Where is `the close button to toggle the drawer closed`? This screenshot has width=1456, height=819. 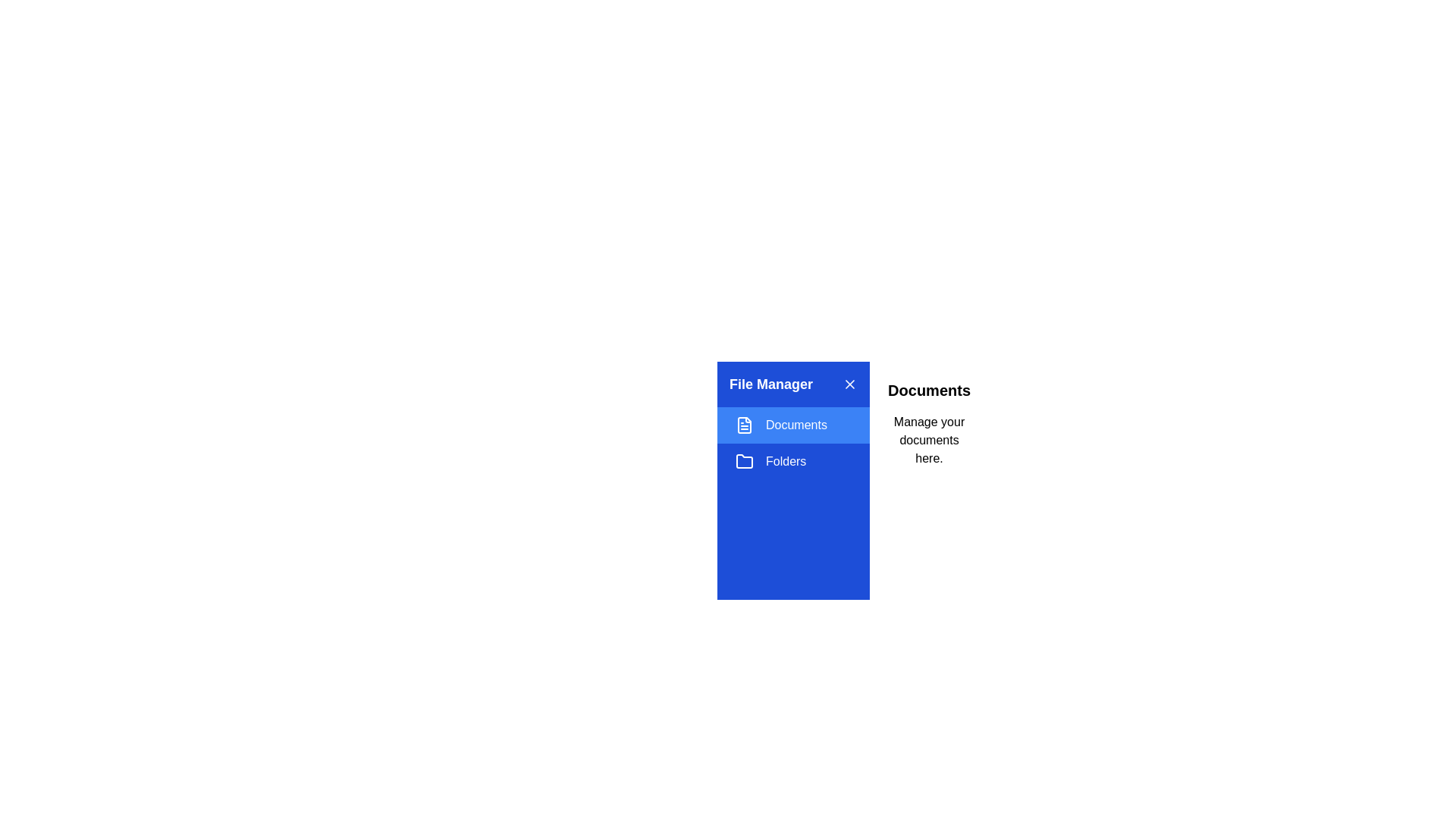 the close button to toggle the drawer closed is located at coordinates (850, 383).